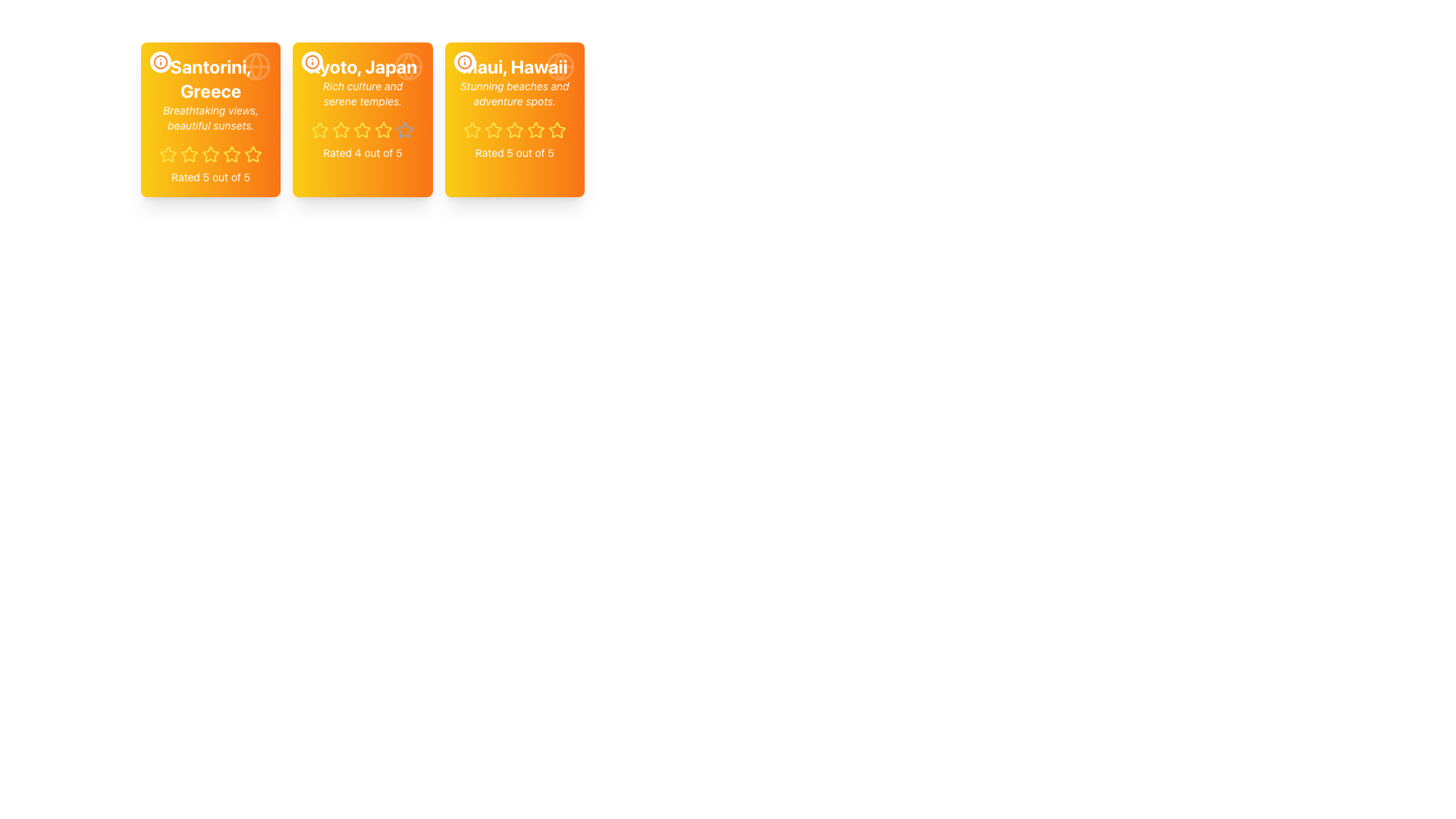 Image resolution: width=1456 pixels, height=819 pixels. What do you see at coordinates (362, 152) in the screenshot?
I see `the text block that provides a summary description of the rating for Kyoto, Japan, located at the bottom of the card component, directly below the star rating section` at bounding box center [362, 152].